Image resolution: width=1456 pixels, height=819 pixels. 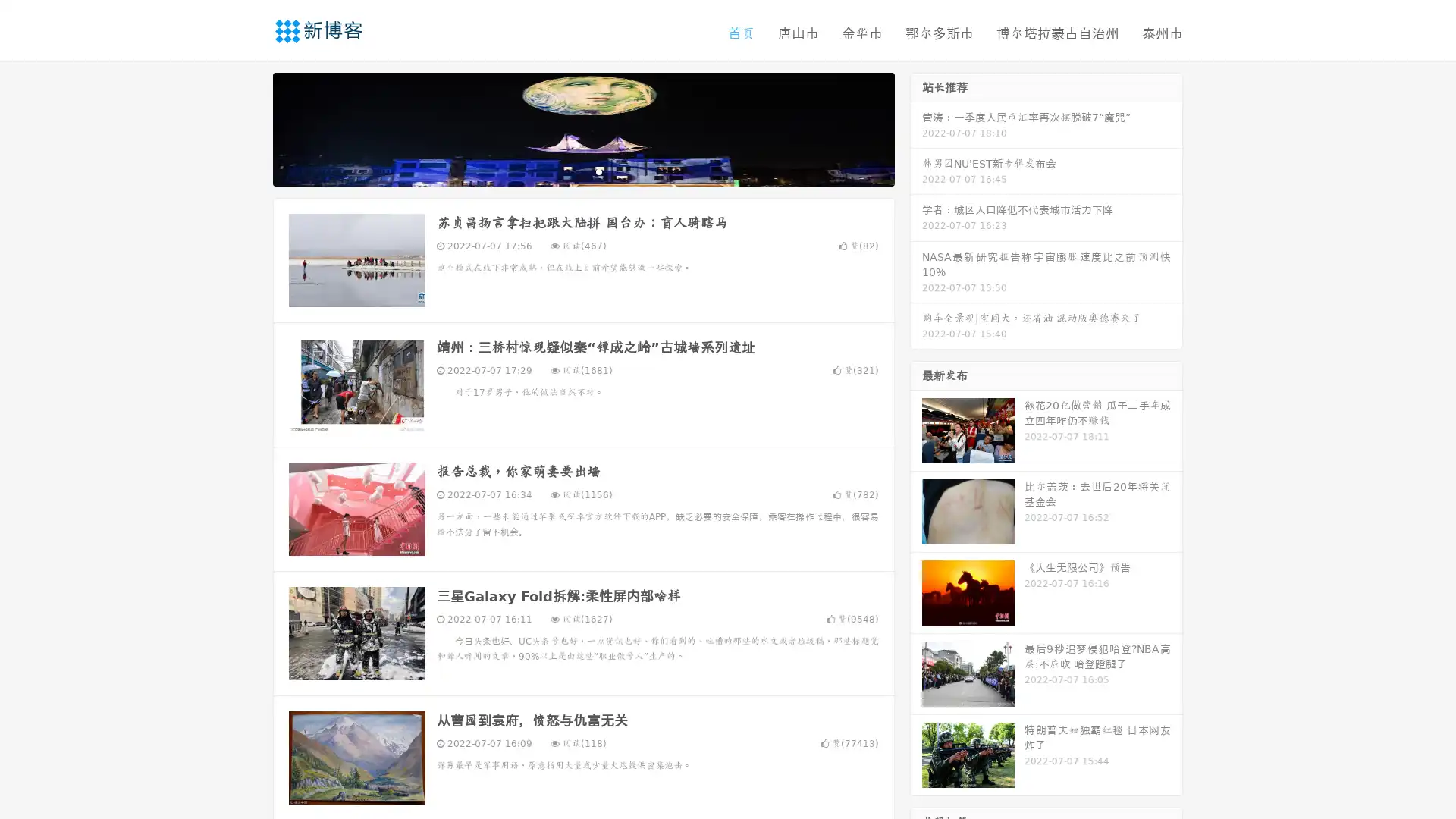 I want to click on Go to slide 3, so click(x=598, y=171).